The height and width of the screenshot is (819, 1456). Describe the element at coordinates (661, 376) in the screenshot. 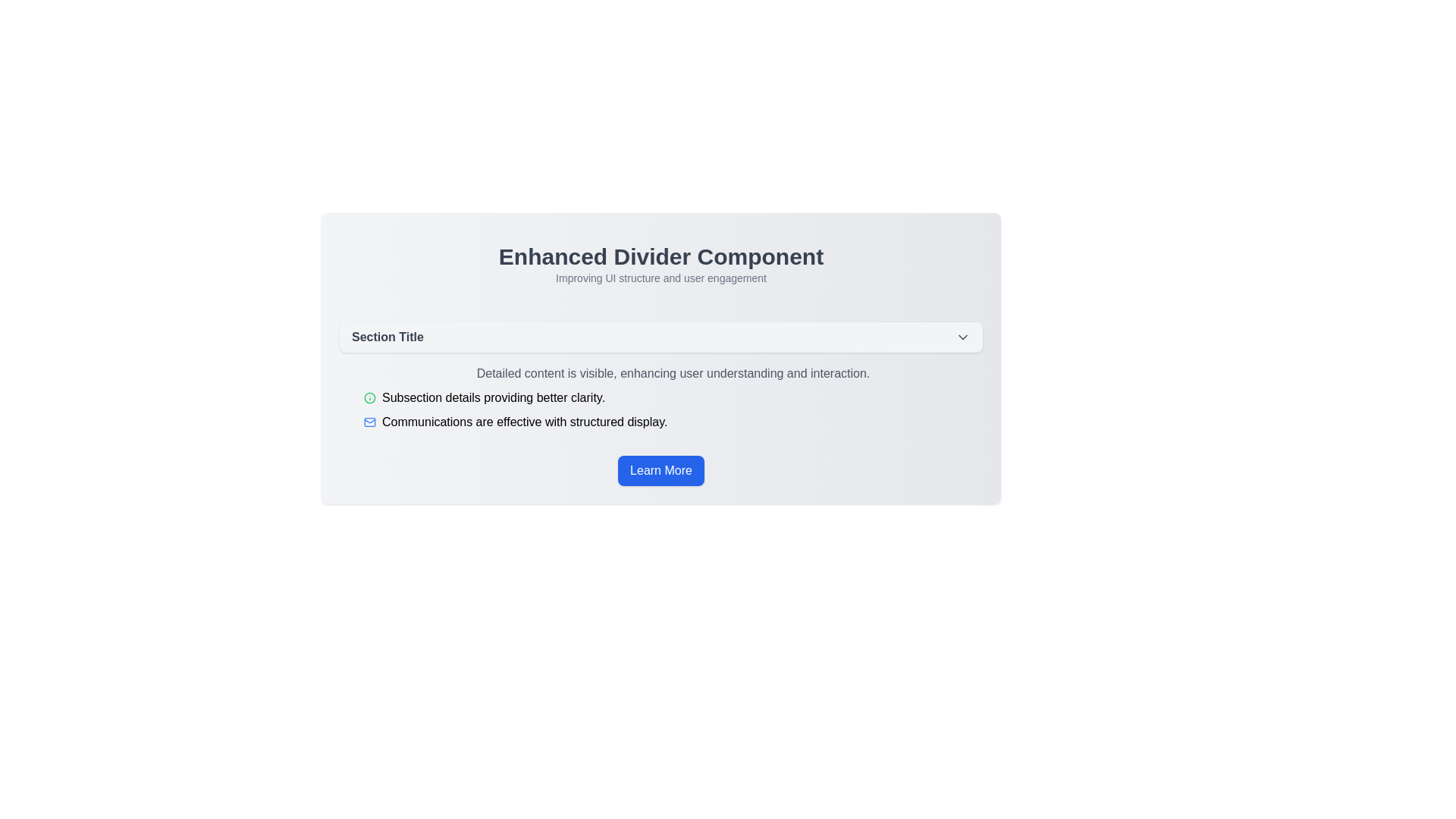

I see `detailed content of the collapsible section located below the 'Enhanced Divider Component' header and above the 'Learn More' button` at that location.